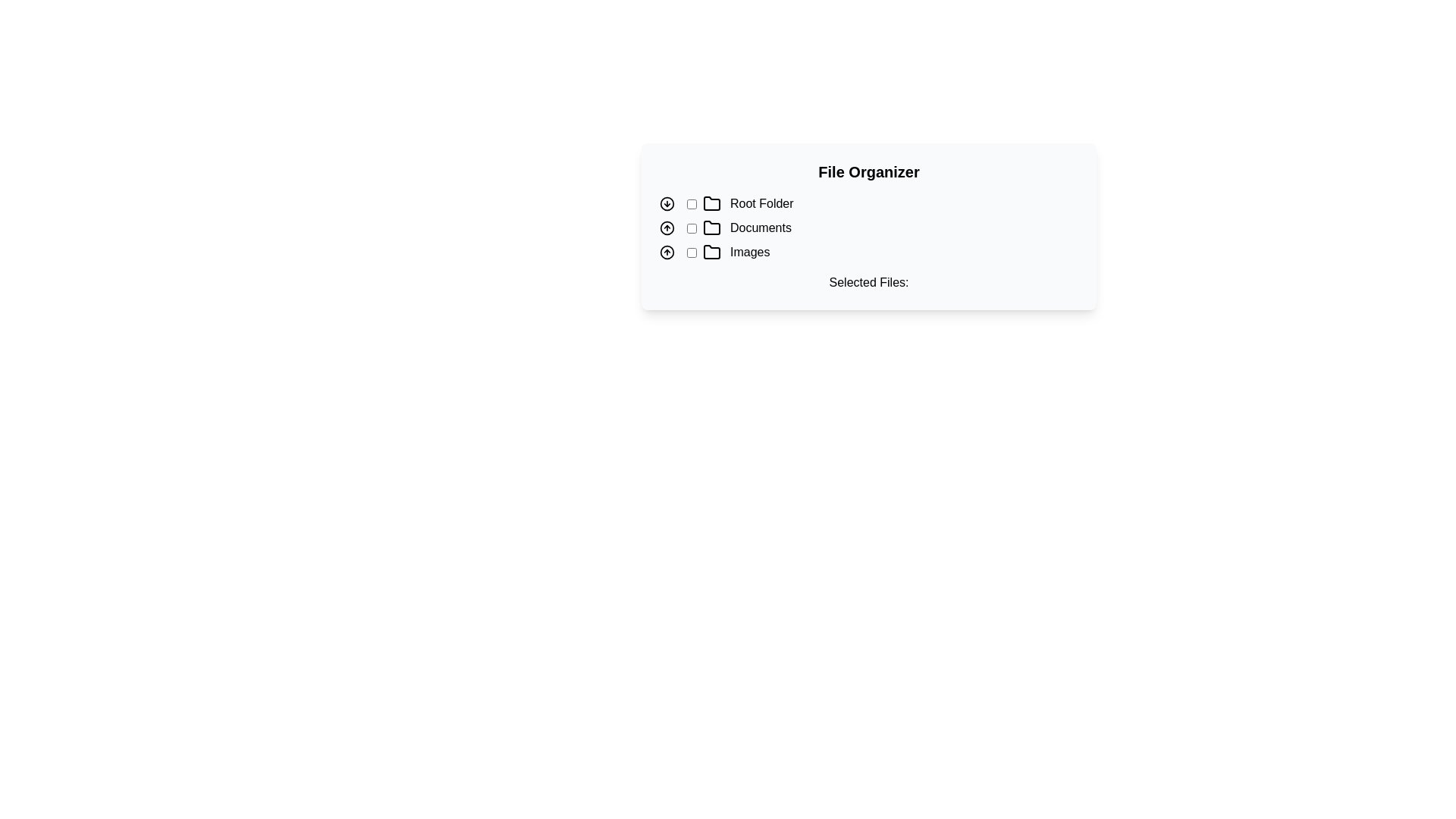 The height and width of the screenshot is (819, 1456). I want to click on the circular icon with a downward arrow inside, located, so click(667, 203).